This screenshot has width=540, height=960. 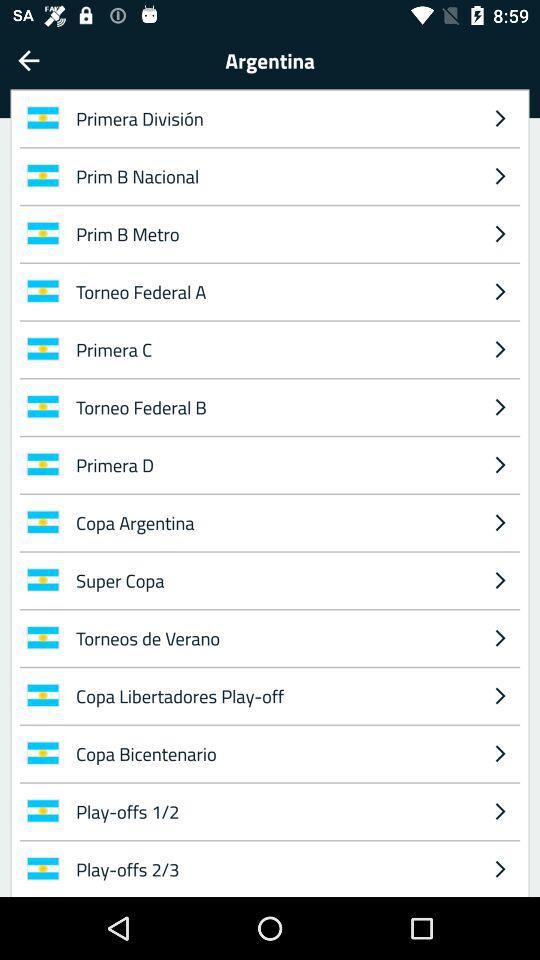 I want to click on the icon next to torneo federal b, so click(x=499, y=464).